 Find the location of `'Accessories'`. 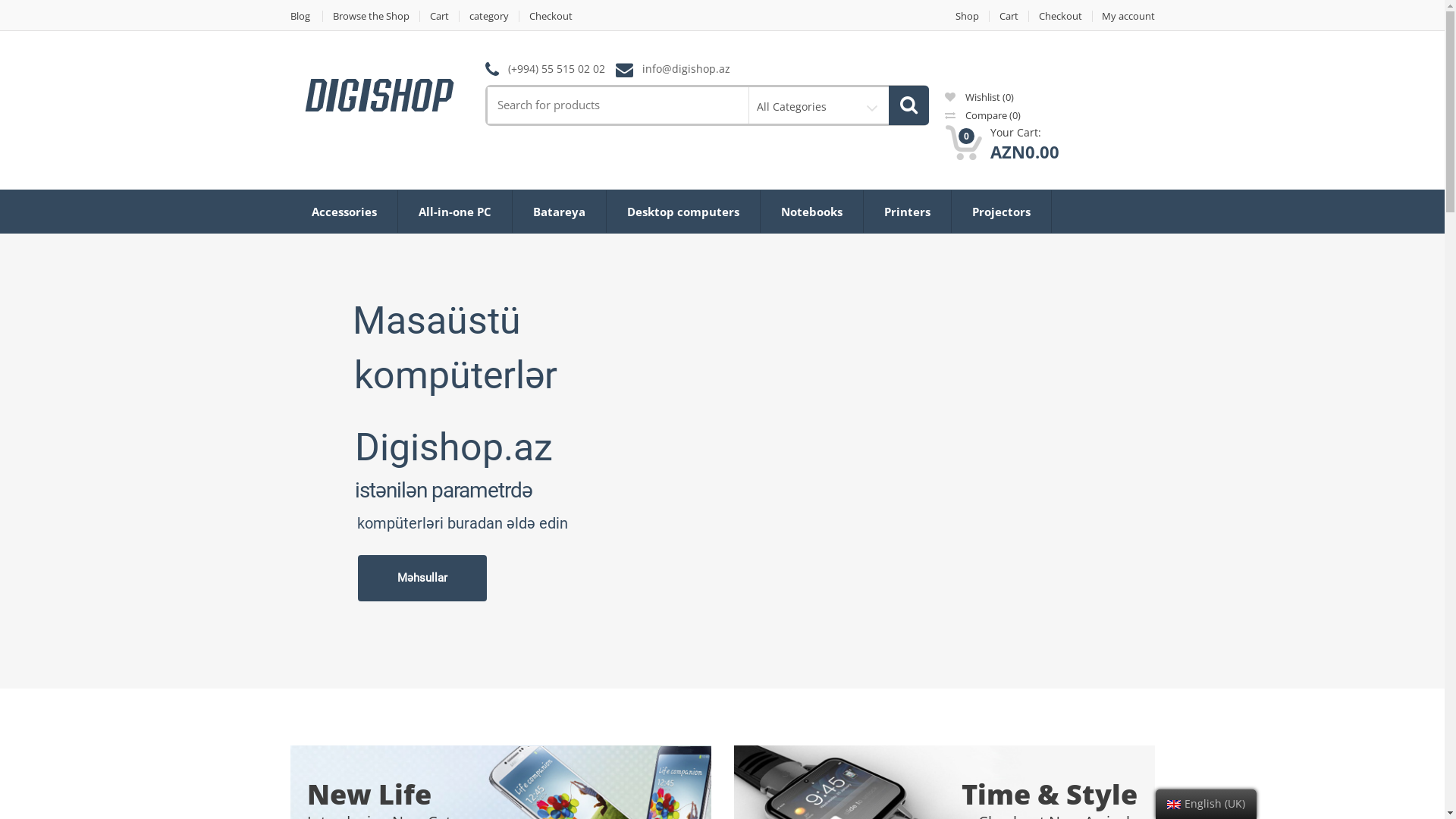

'Accessories' is located at coordinates (344, 211).